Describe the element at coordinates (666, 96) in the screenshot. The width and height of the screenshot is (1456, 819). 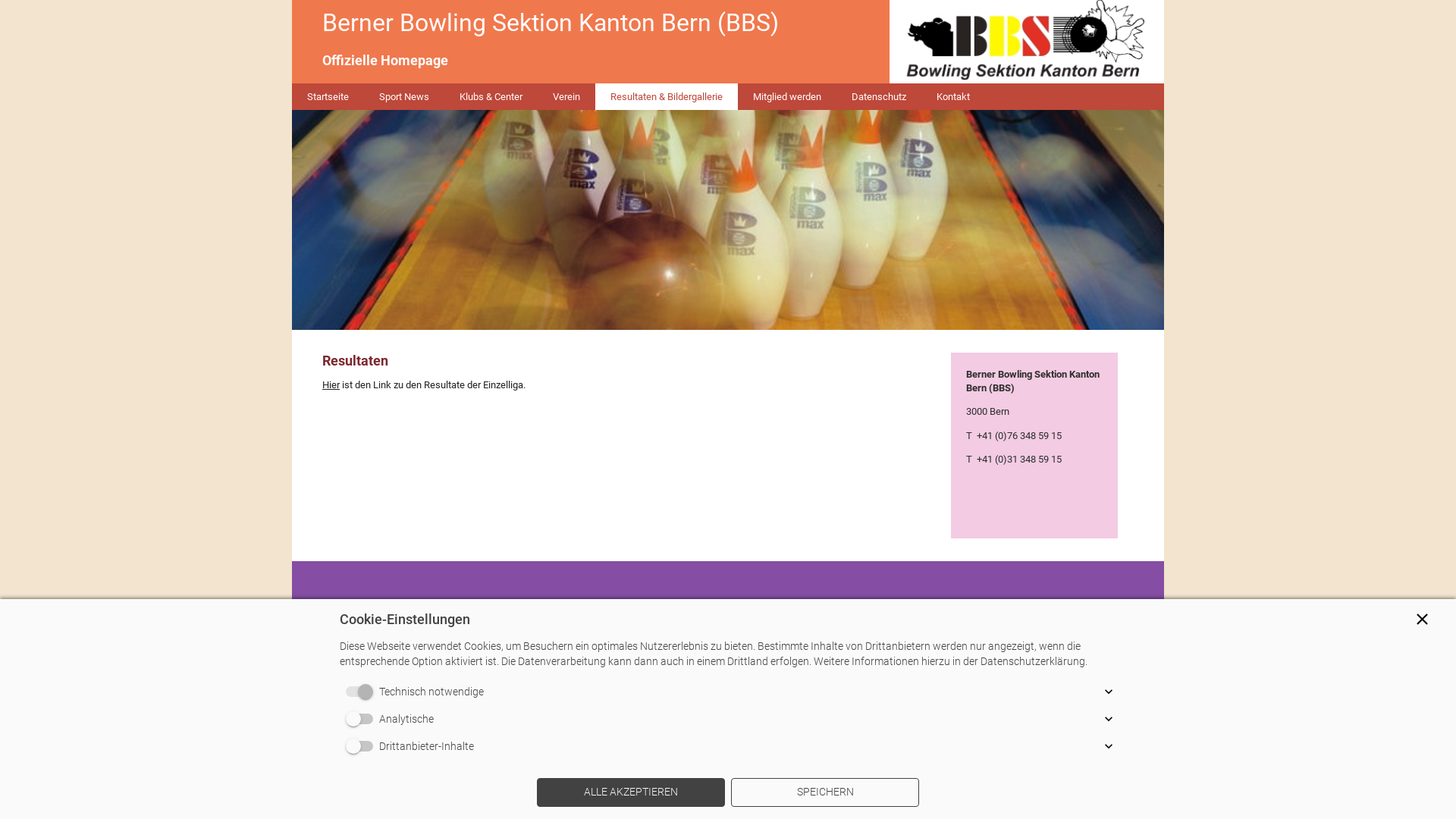
I see `'Resultaten & Bildergallerie'` at that location.